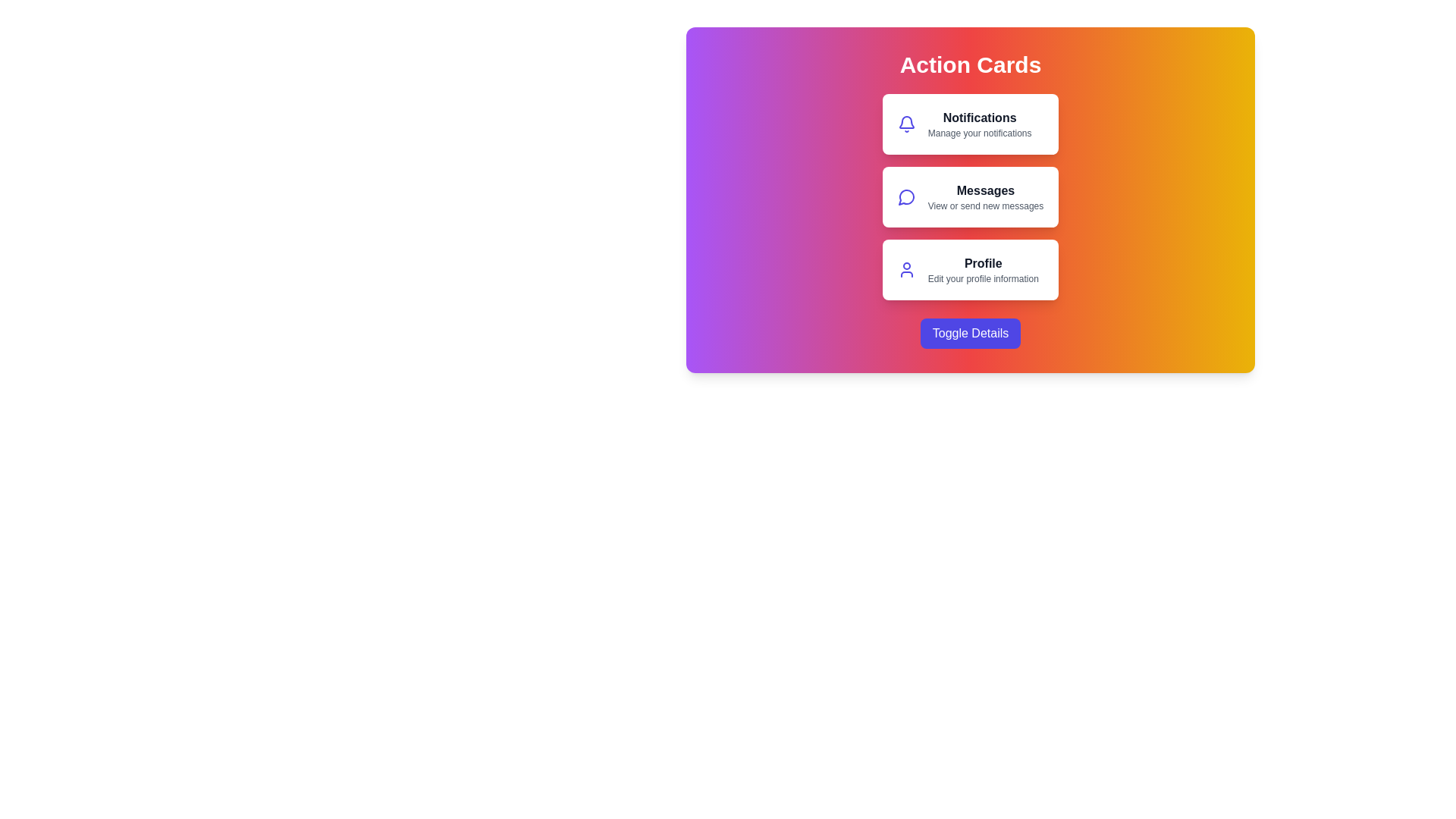  I want to click on the supplementary description text label for the 'Notifications' section, which is positioned directly below the 'Notifications' heading, so click(980, 133).